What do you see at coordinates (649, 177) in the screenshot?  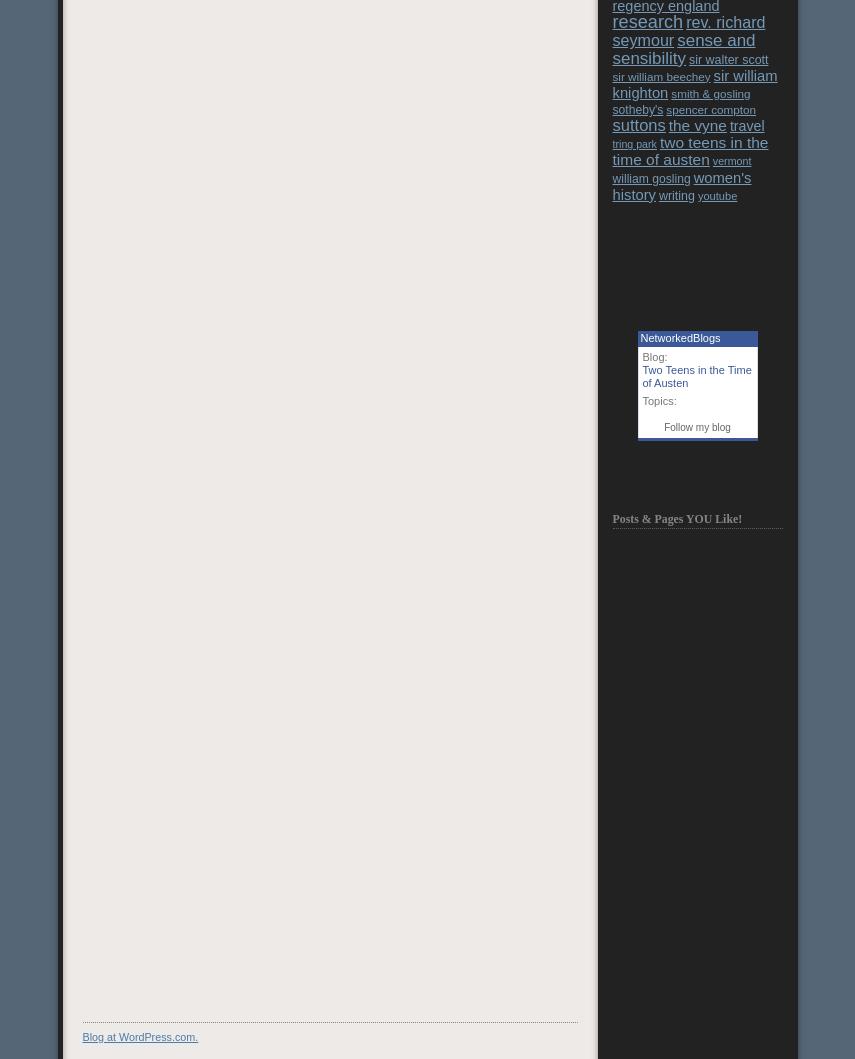 I see `'william gosling'` at bounding box center [649, 177].